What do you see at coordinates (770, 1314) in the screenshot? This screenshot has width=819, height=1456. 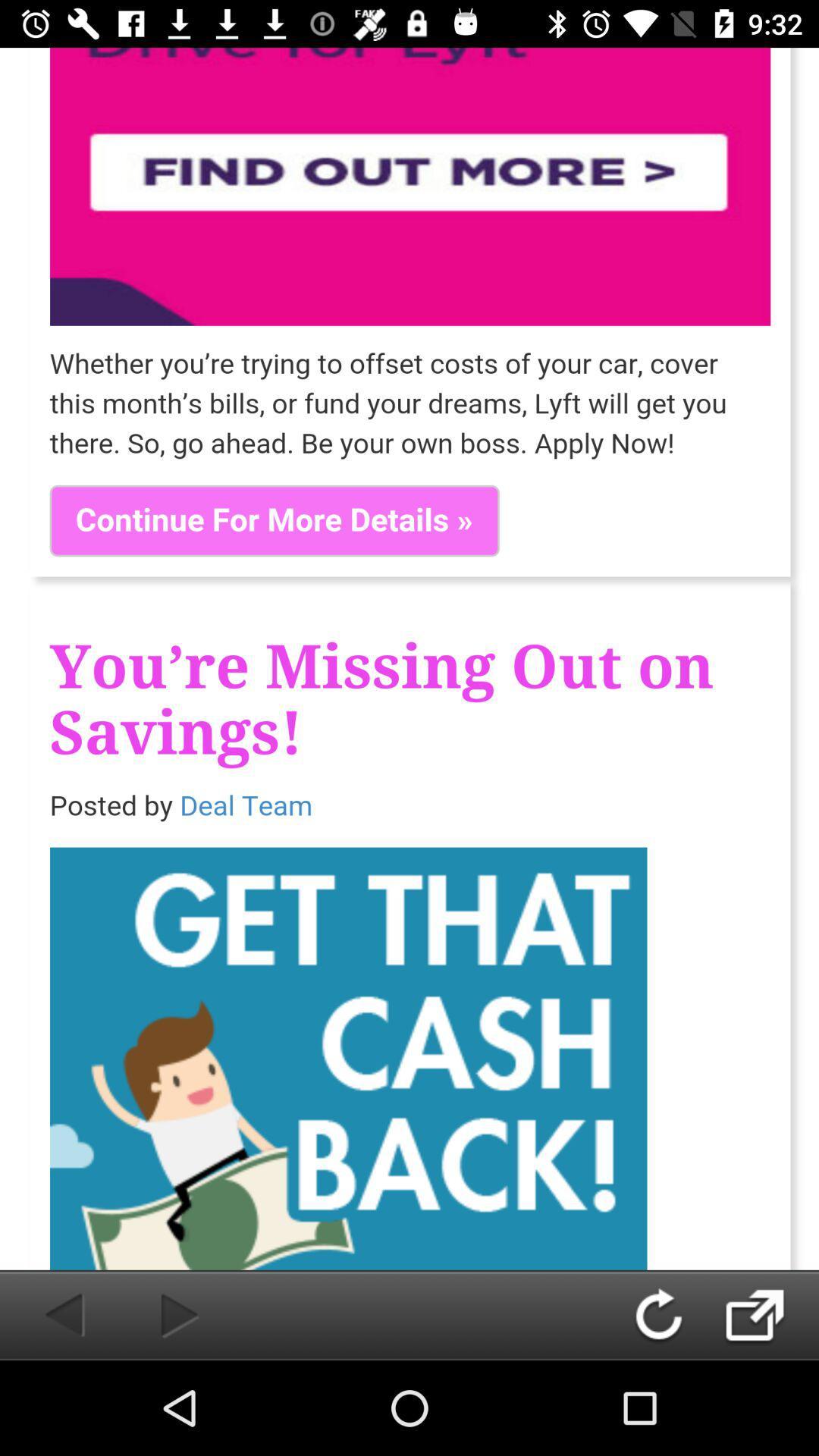 I see `share the article` at bounding box center [770, 1314].